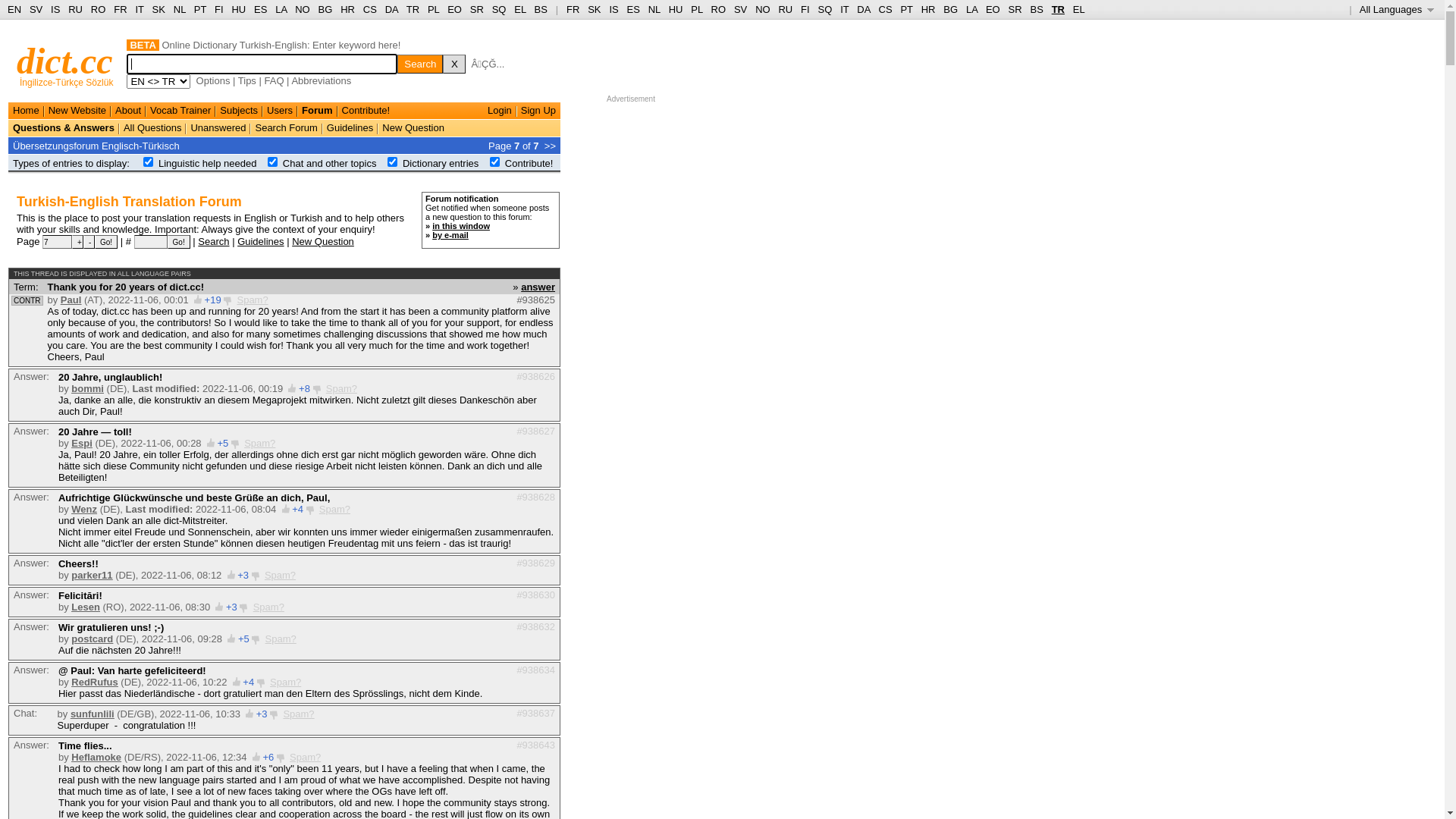  I want to click on 'Heflamoke', so click(95, 757).